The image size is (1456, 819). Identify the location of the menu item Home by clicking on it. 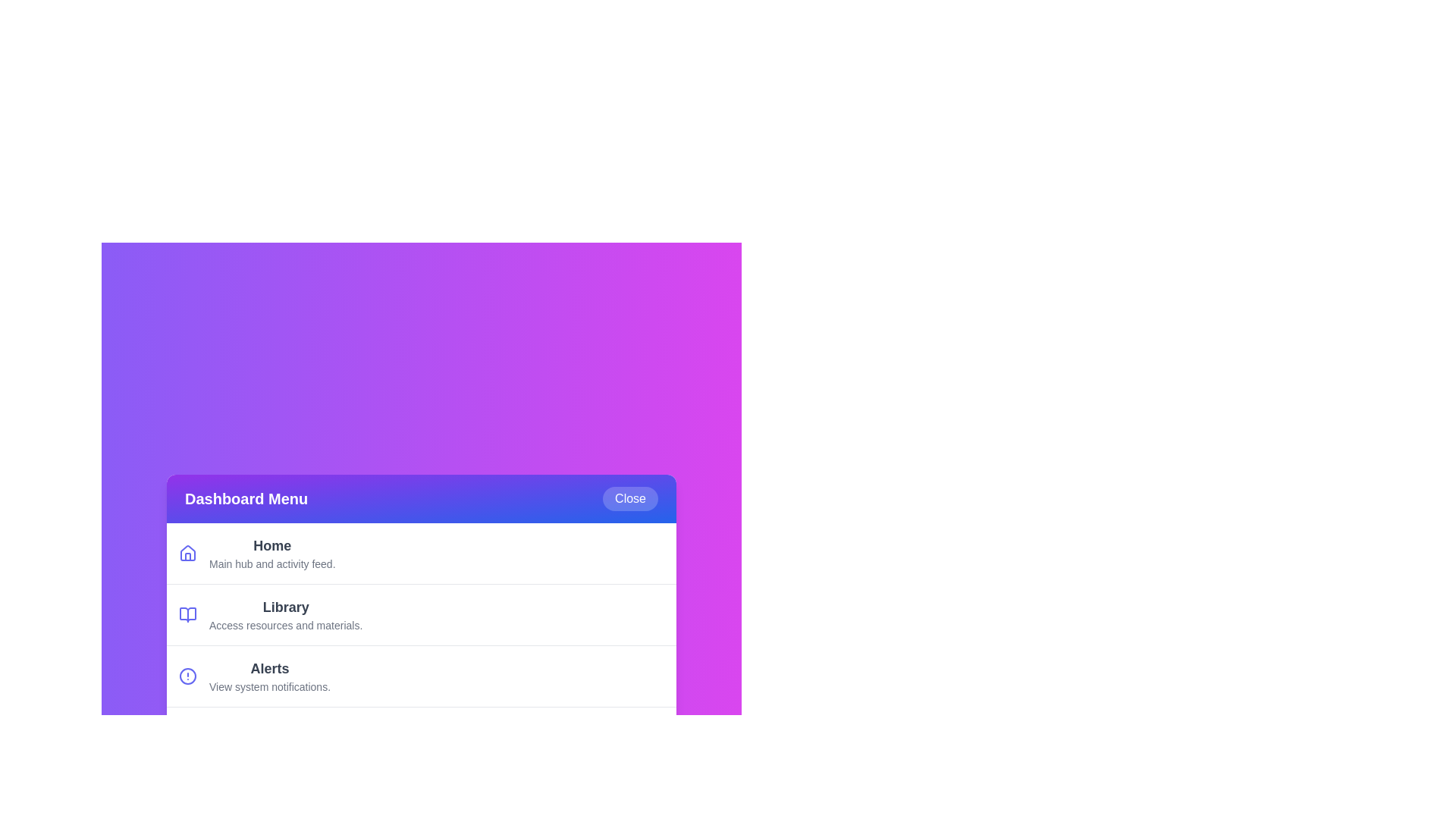
(422, 553).